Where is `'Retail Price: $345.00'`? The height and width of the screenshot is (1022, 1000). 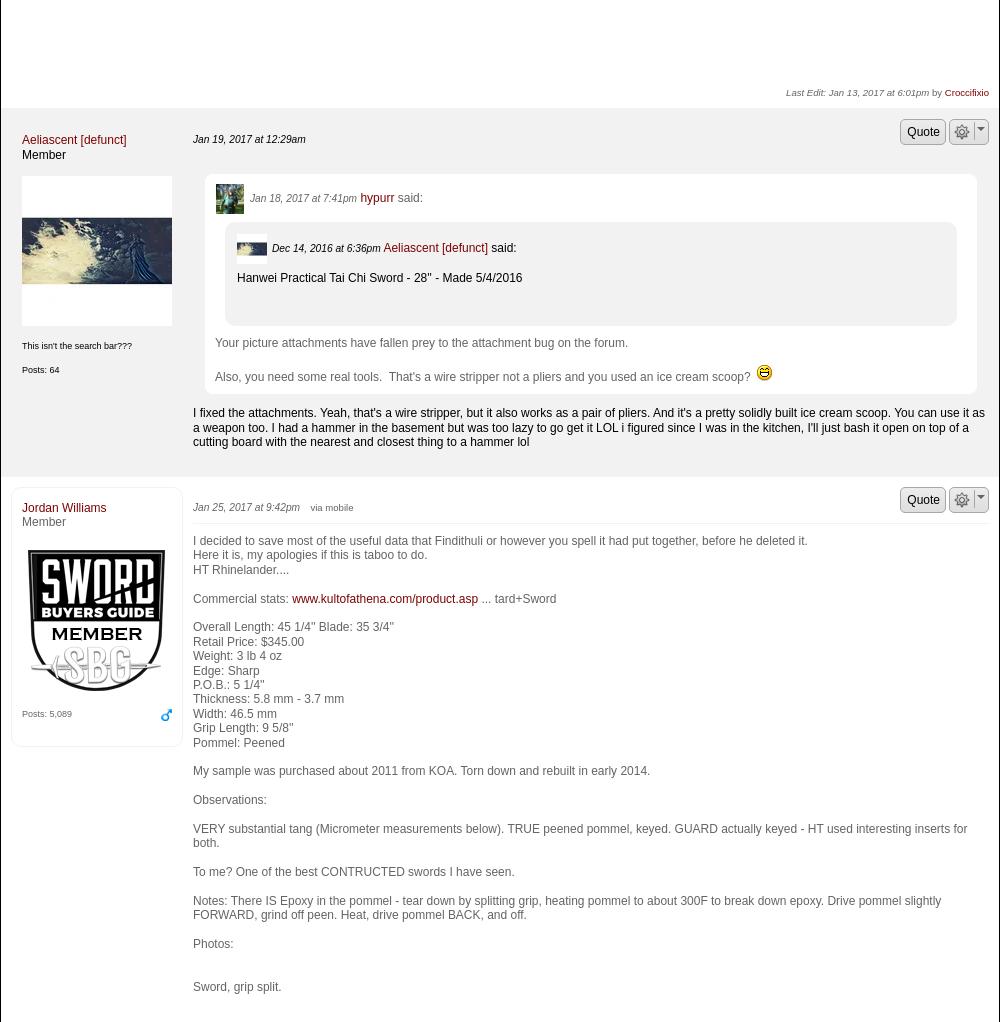
'Retail Price: $345.00' is located at coordinates (247, 640).